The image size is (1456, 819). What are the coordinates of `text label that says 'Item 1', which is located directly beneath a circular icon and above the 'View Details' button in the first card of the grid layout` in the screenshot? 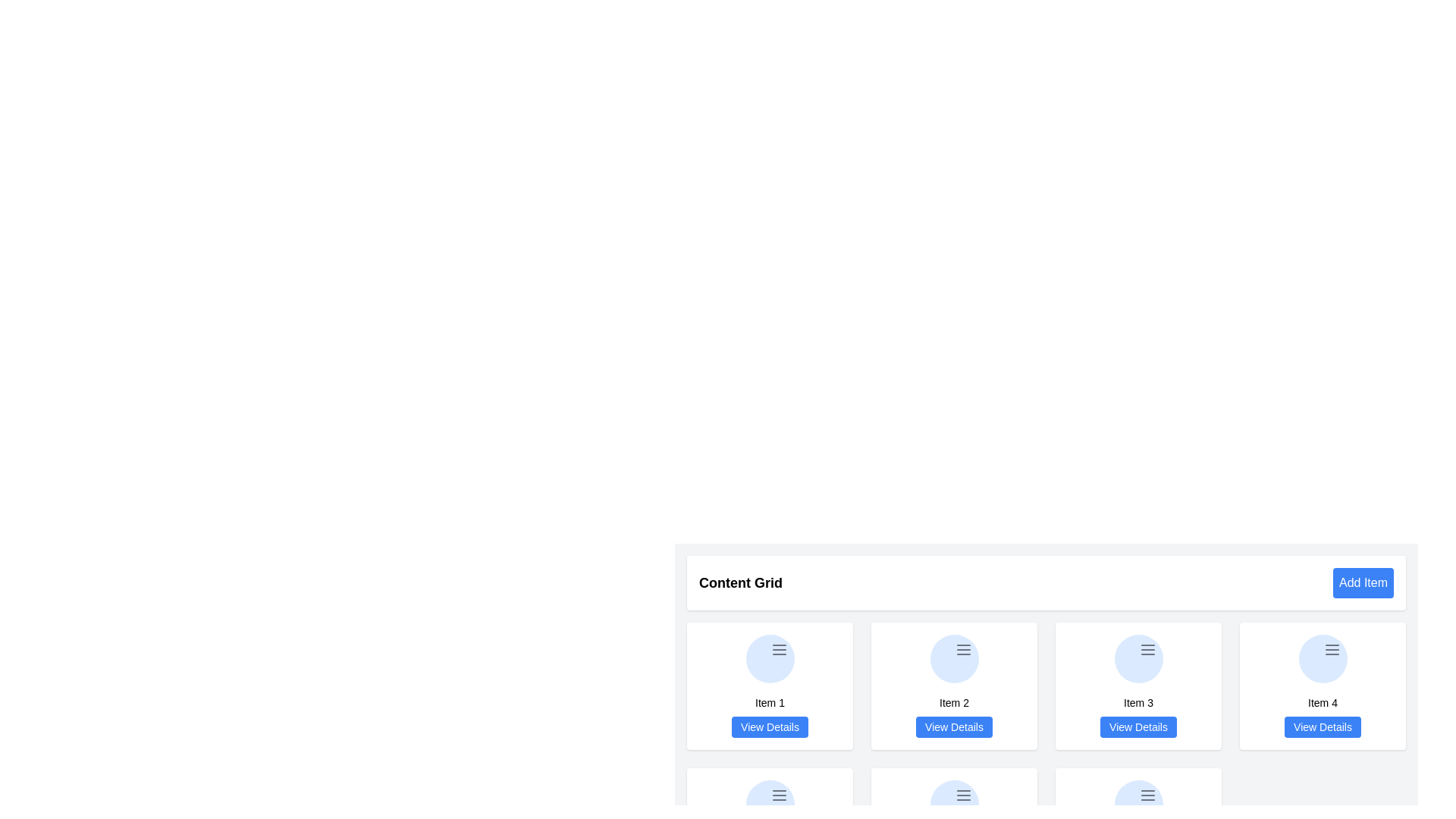 It's located at (770, 702).